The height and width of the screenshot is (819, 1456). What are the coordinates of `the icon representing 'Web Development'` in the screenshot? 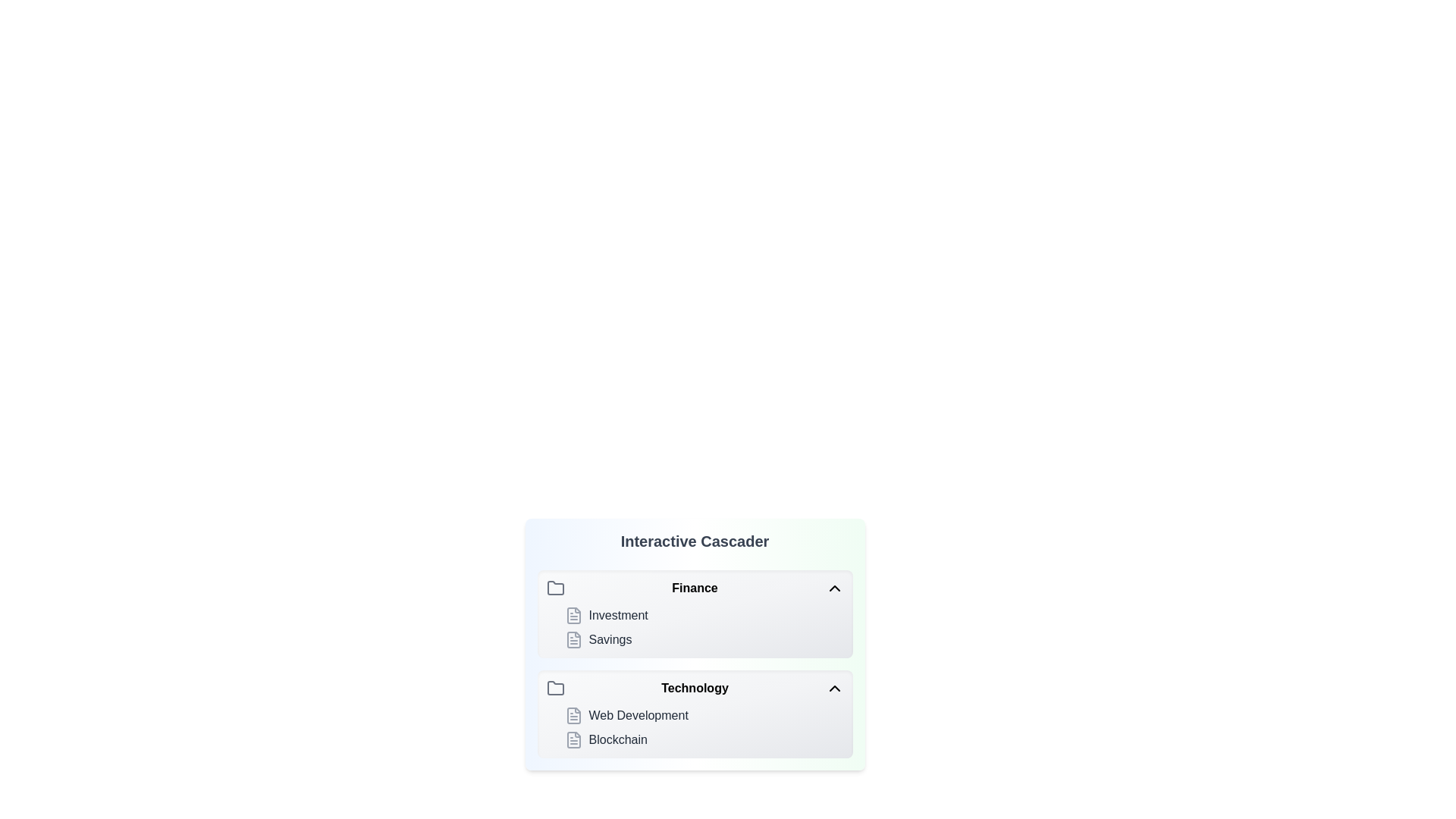 It's located at (573, 716).